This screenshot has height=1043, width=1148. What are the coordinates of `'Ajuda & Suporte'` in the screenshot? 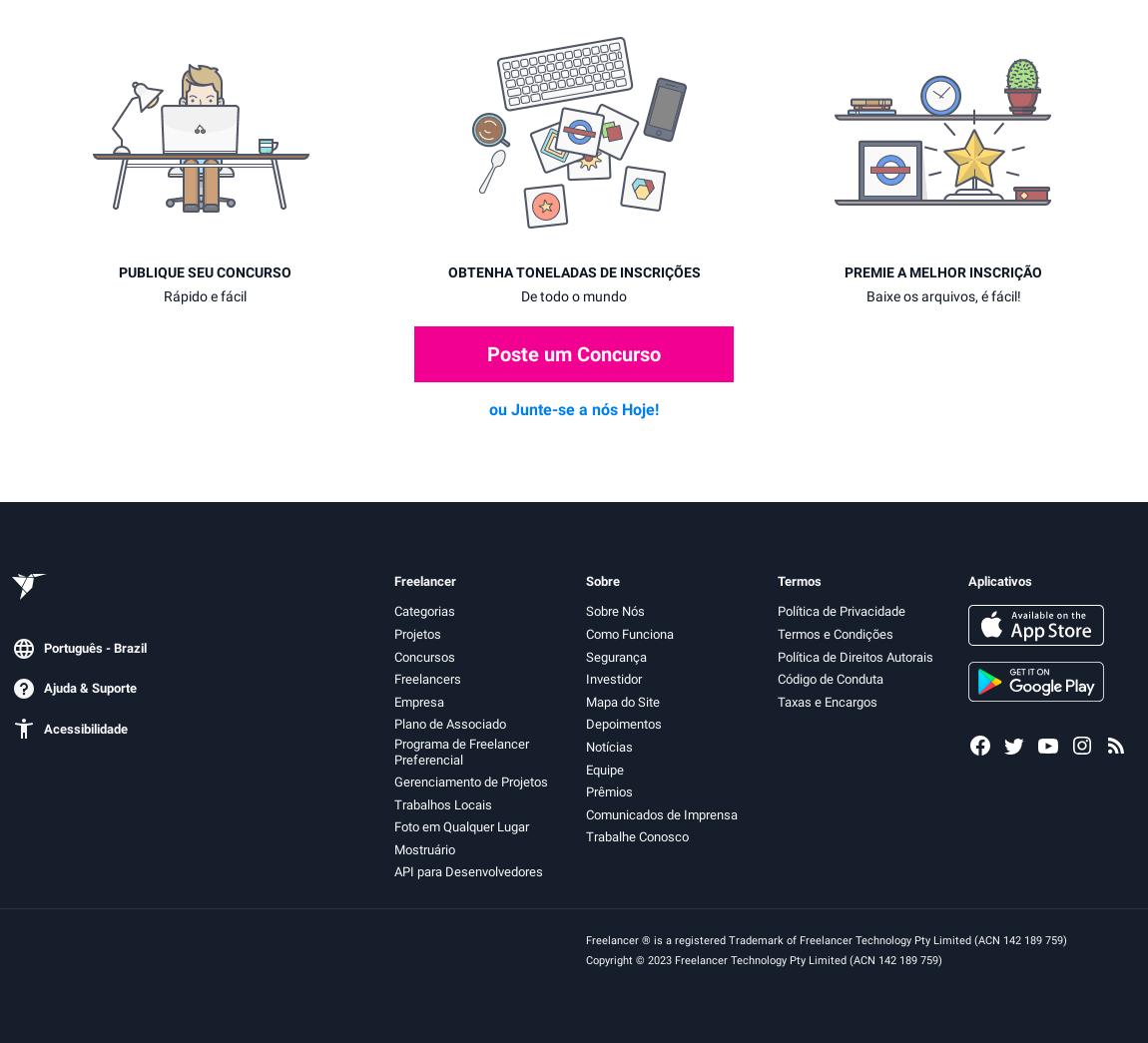 It's located at (89, 688).